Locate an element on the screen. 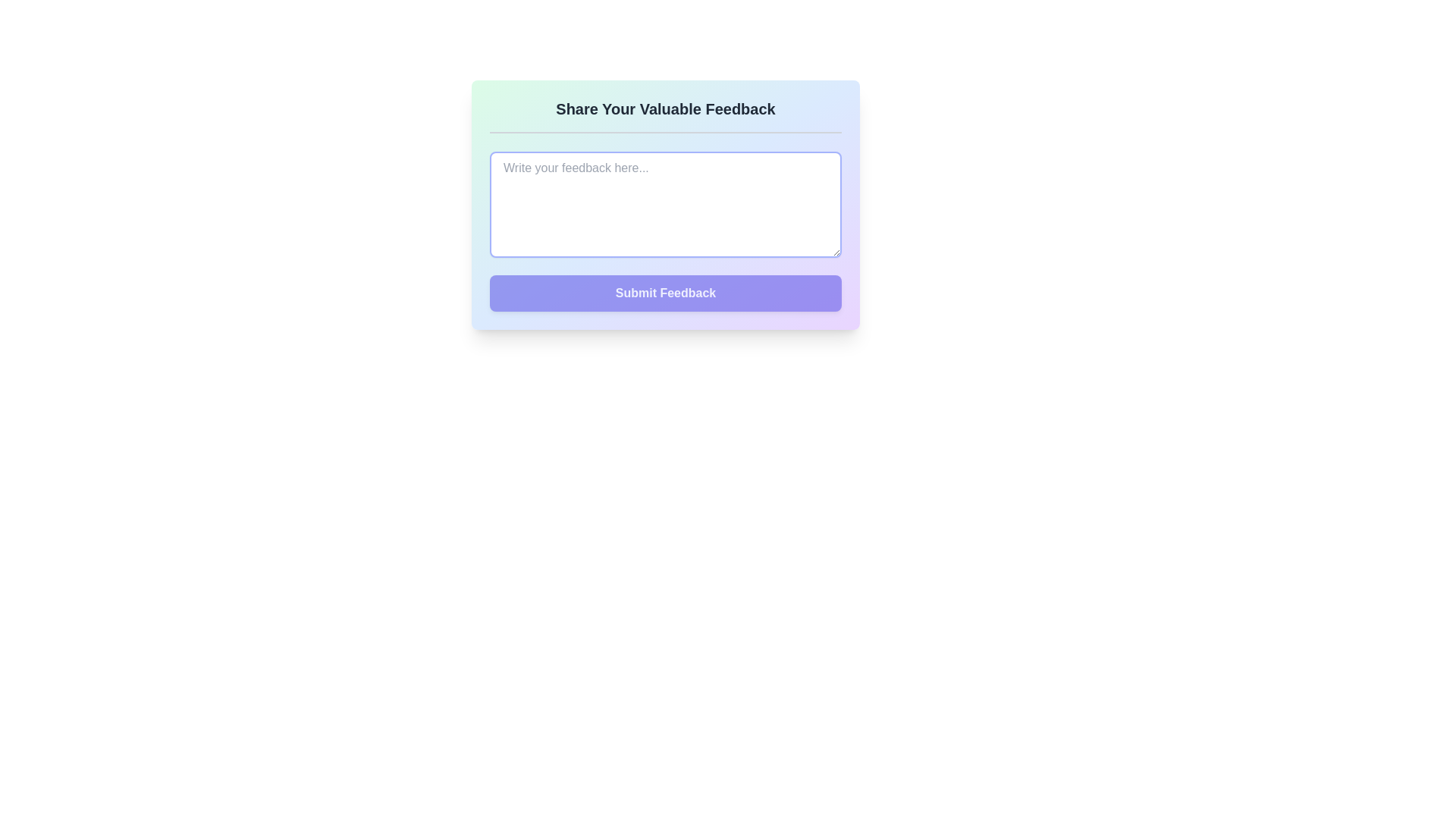 Image resolution: width=1456 pixels, height=819 pixels. the rectangular button labeled 'Submit Feedback' with a purple gradient background located at the bottom of its section is located at coordinates (666, 293).